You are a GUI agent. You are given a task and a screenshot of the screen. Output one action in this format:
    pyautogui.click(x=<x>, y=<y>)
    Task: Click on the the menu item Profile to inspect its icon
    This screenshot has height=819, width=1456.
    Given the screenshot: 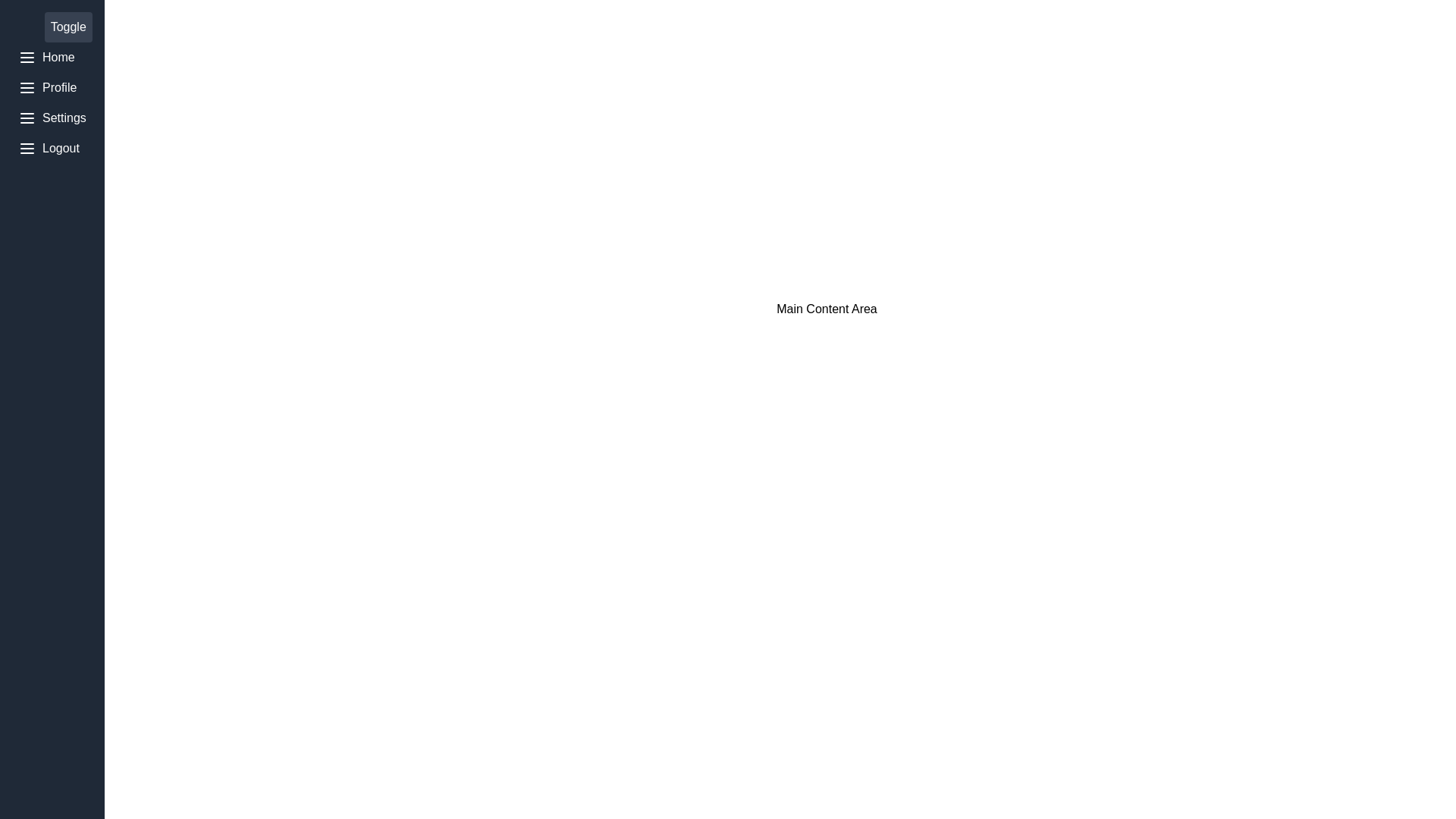 What is the action you would take?
    pyautogui.click(x=52, y=87)
    